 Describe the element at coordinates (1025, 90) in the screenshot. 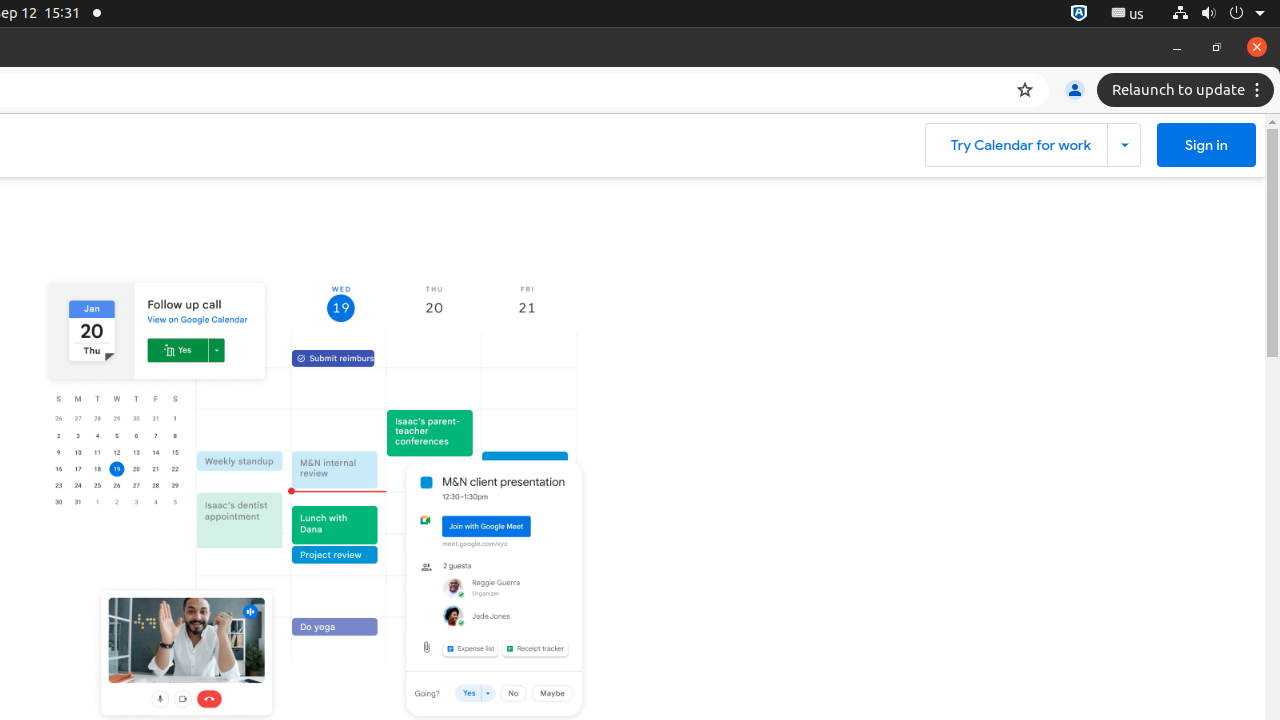

I see `'Bookmark this tab'` at that location.